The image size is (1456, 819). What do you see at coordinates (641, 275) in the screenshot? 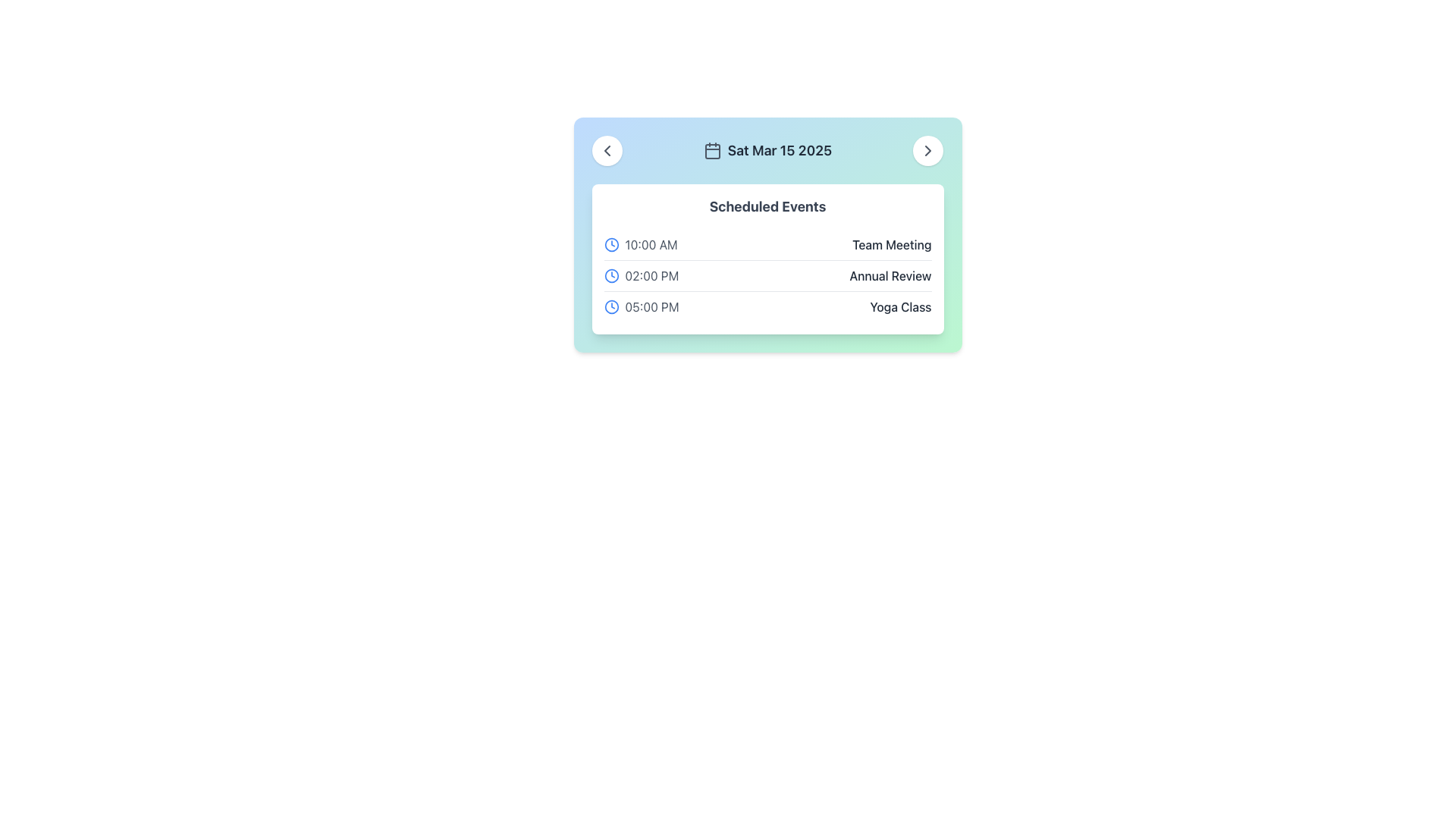
I see `time displayed on the text label showing '02:00 PM' for the 'Annual Review' event, located in the 'Scheduled Events' section, to the left of the 'Annual Review' text label` at bounding box center [641, 275].